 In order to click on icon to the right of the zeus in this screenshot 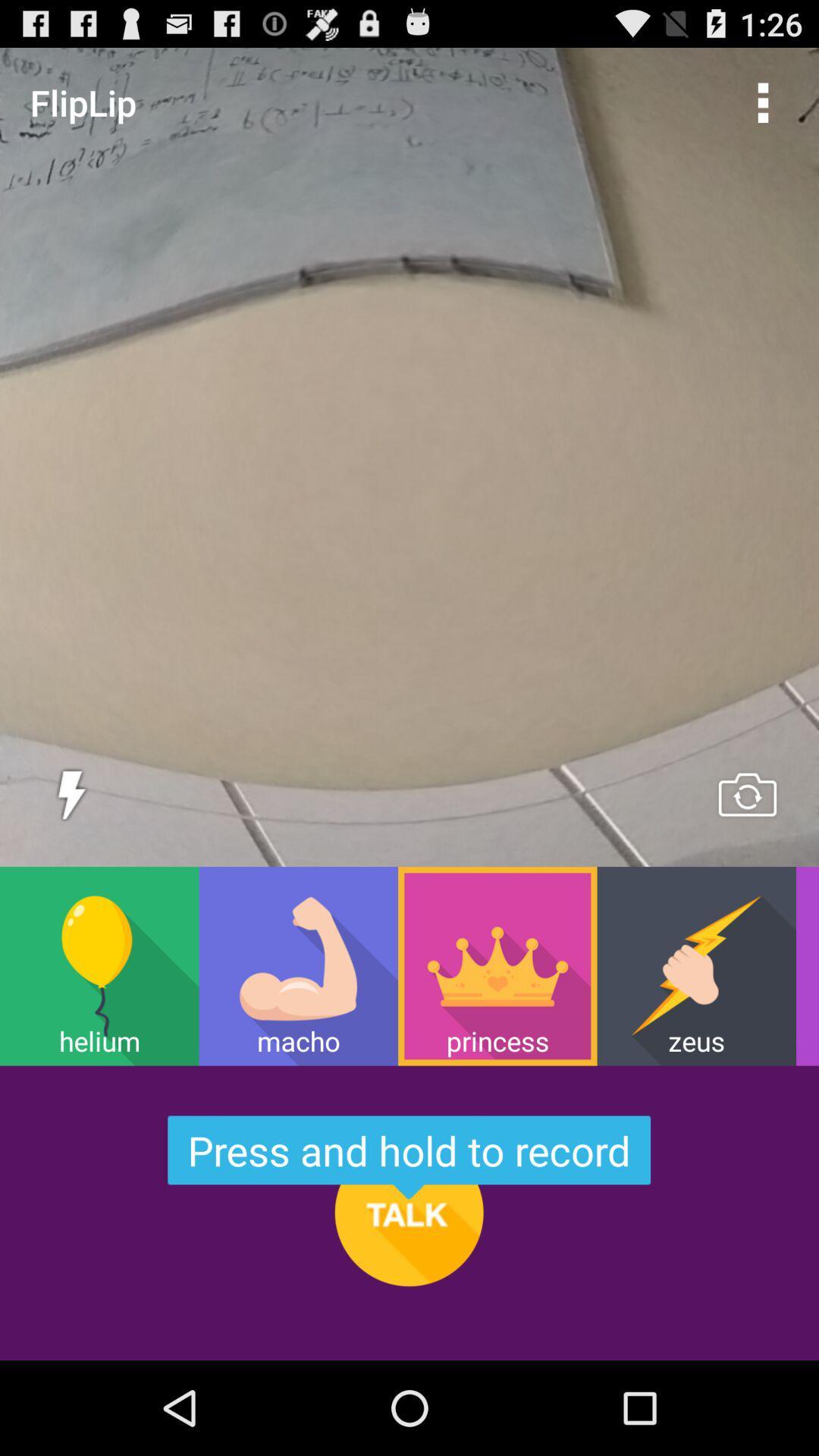, I will do `click(806, 965)`.